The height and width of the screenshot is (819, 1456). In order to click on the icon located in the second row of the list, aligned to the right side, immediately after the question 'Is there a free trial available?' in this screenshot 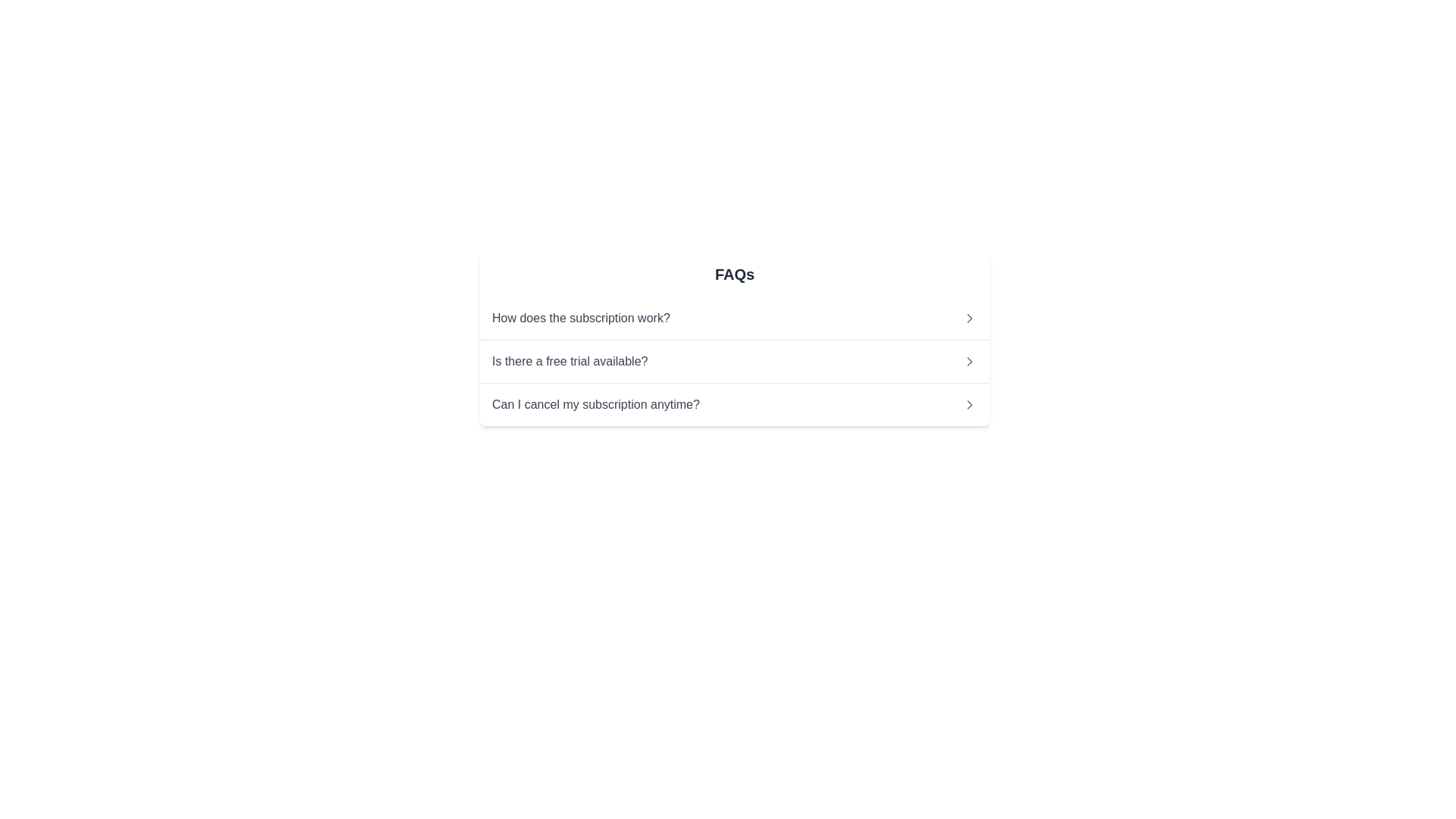, I will do `click(968, 362)`.